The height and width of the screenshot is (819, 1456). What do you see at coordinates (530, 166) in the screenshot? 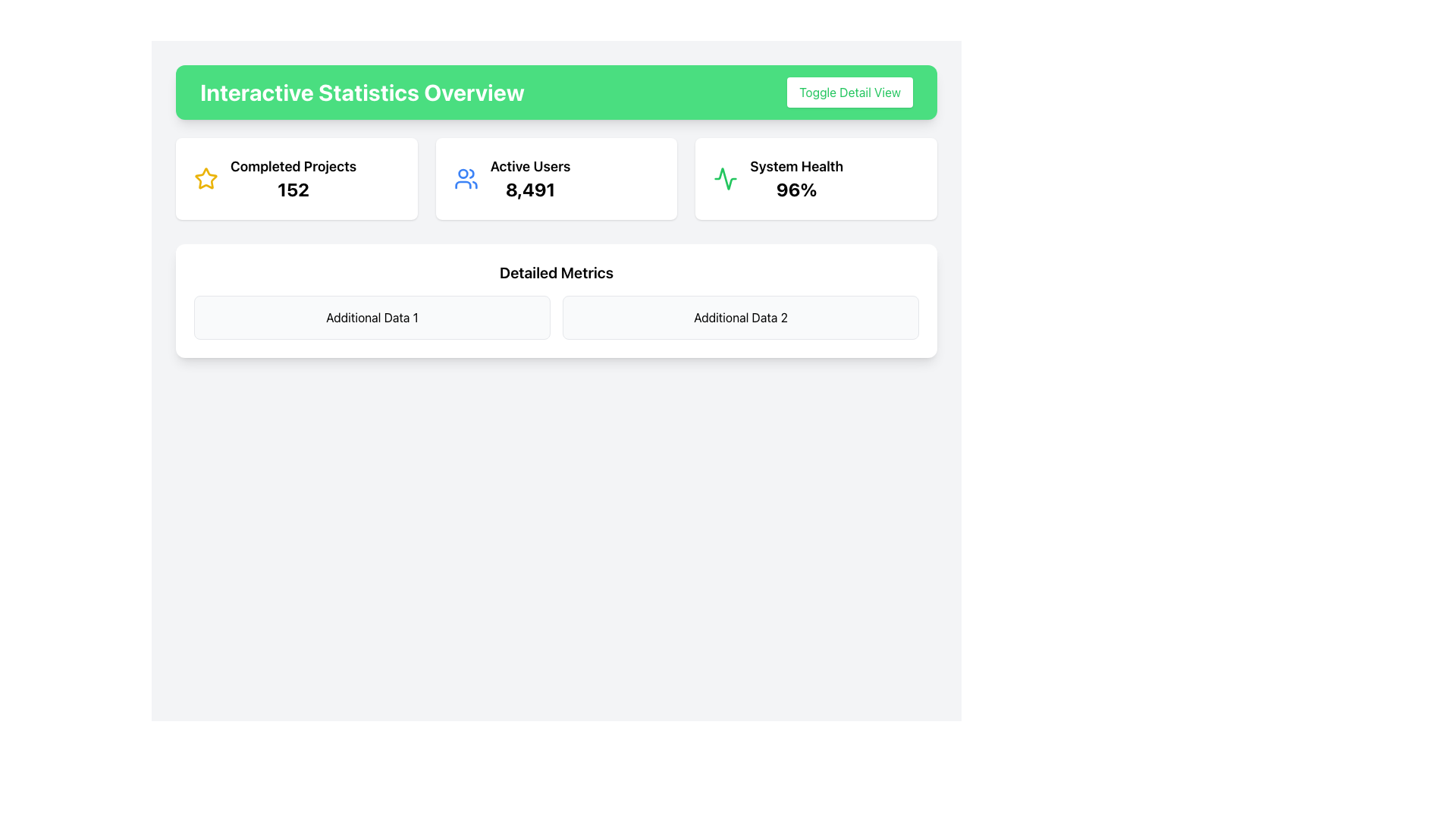
I see `the 'Active Users' label, which displays the text in a bold font above the number '8,491' and is positioned centrally in the top row of information boxes` at bounding box center [530, 166].